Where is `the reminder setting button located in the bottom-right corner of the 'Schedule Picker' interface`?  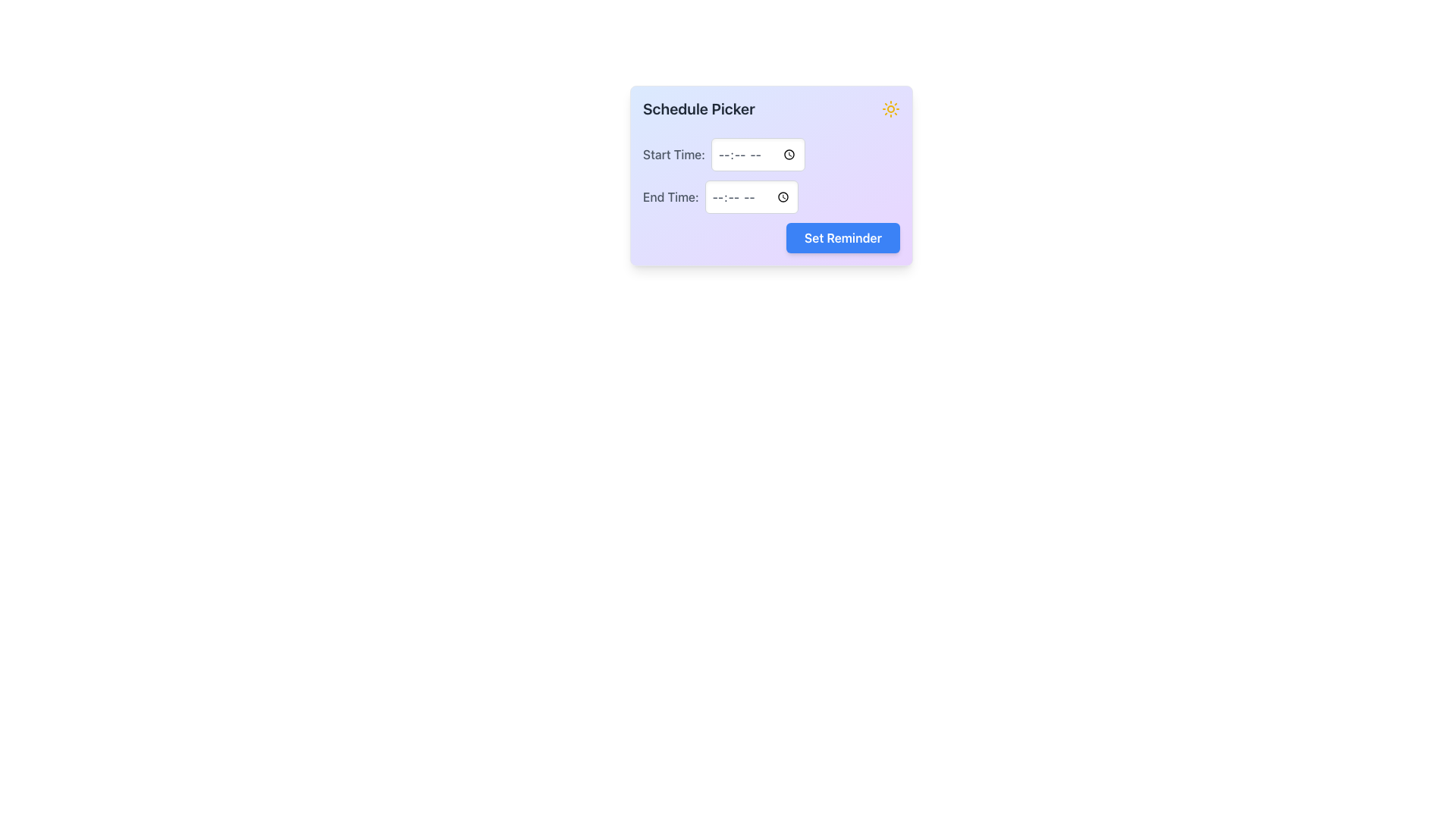
the reminder setting button located in the bottom-right corner of the 'Schedule Picker' interface is located at coordinates (842, 237).